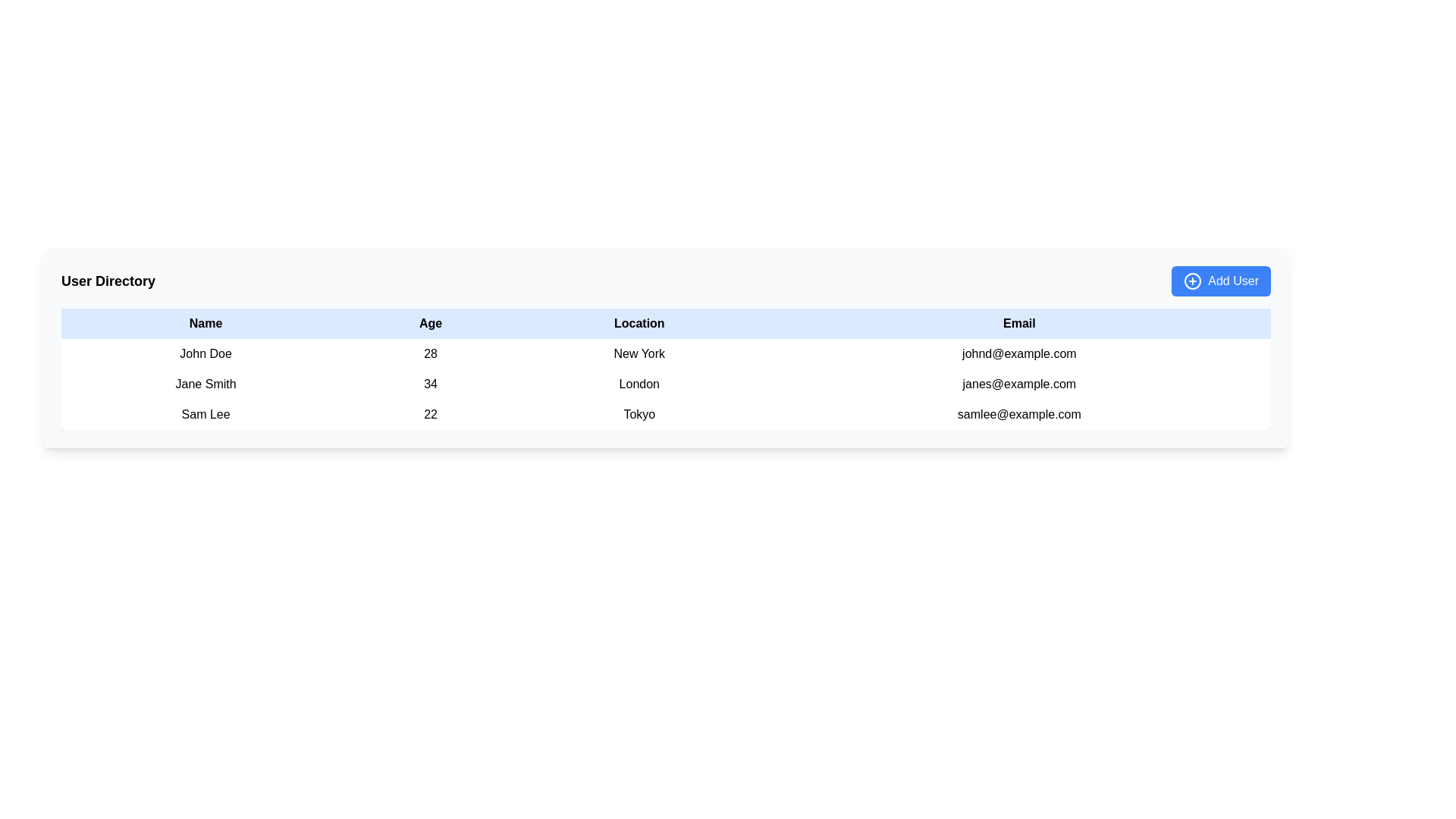  Describe the element at coordinates (205, 383) in the screenshot. I see `the text label displaying 'Jane Smith' located in the first column under the 'Name' header in the user directory table` at that location.